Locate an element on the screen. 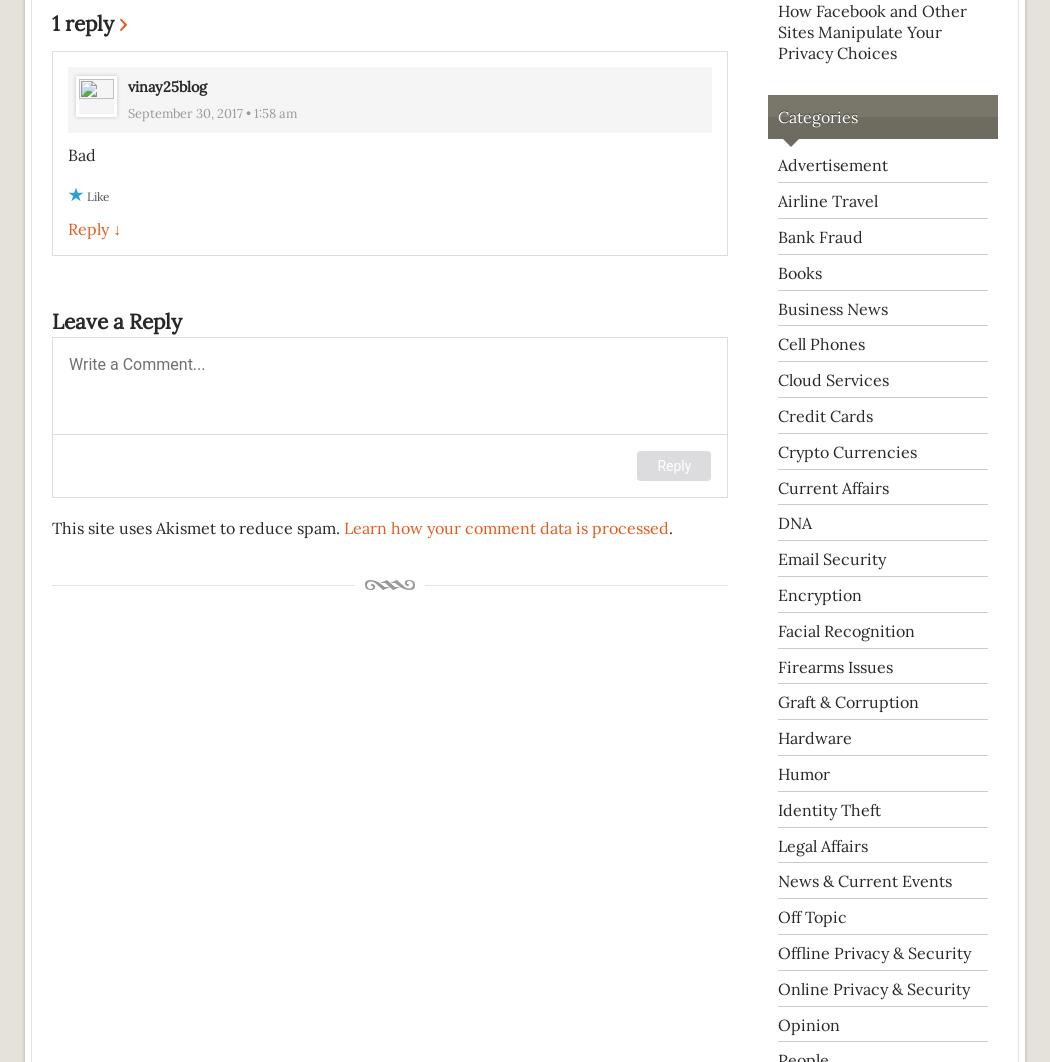 The image size is (1050, 1062). 'vinay25blog' is located at coordinates (167, 86).